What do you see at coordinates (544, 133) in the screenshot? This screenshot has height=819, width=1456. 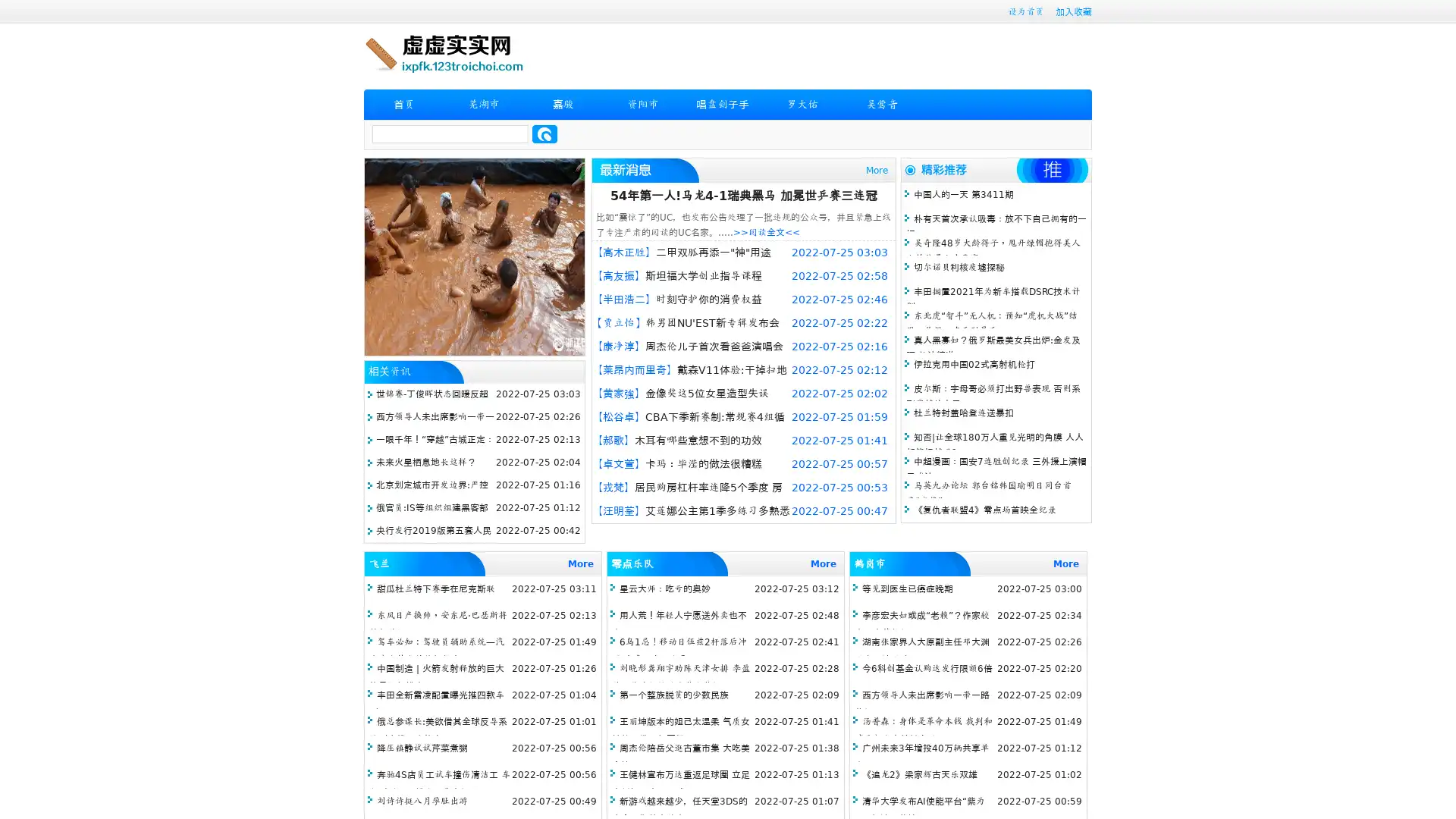 I see `Search` at bounding box center [544, 133].